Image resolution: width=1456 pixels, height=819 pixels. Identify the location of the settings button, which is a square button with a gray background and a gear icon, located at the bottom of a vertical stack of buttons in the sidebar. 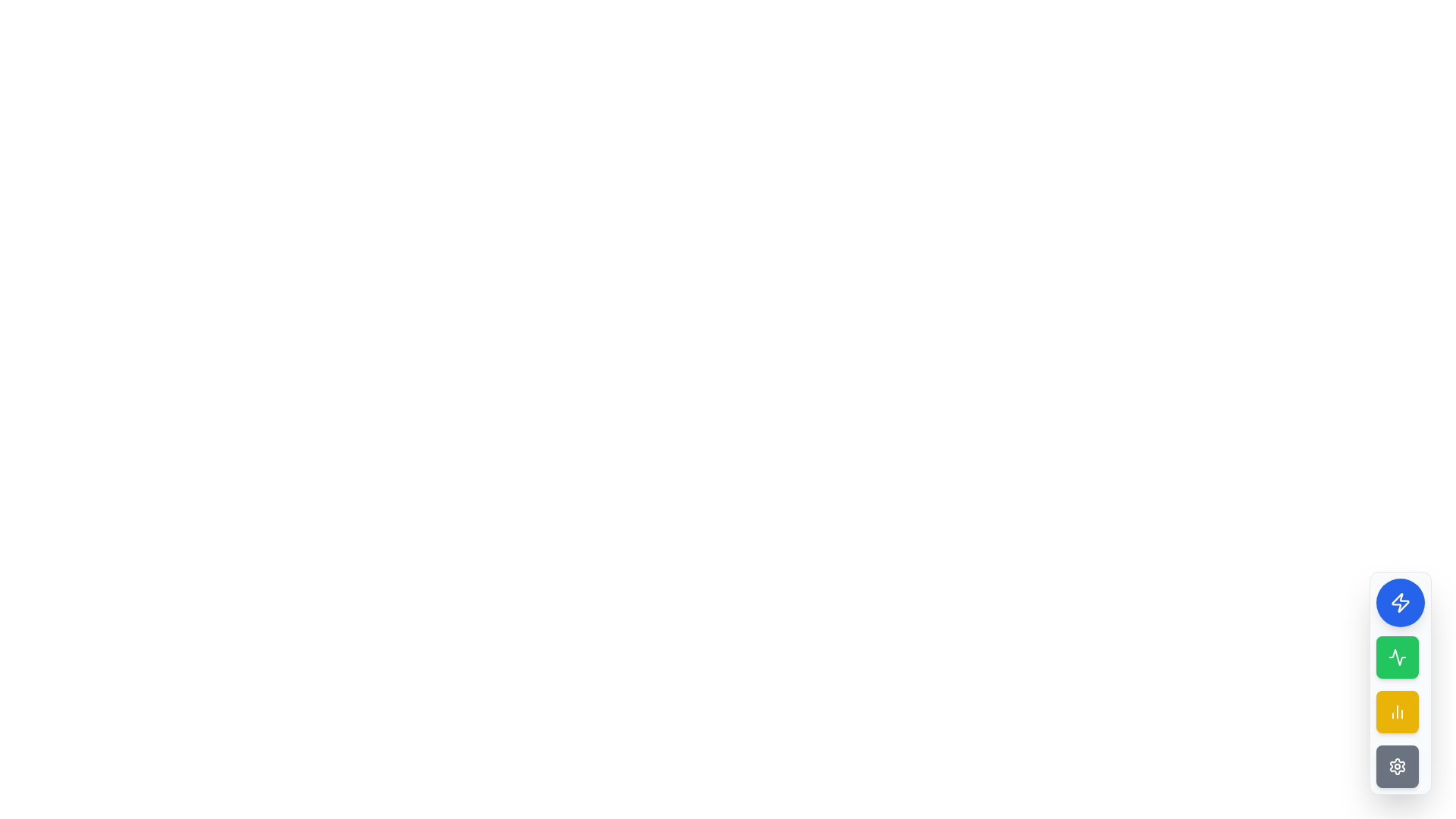
(1397, 766).